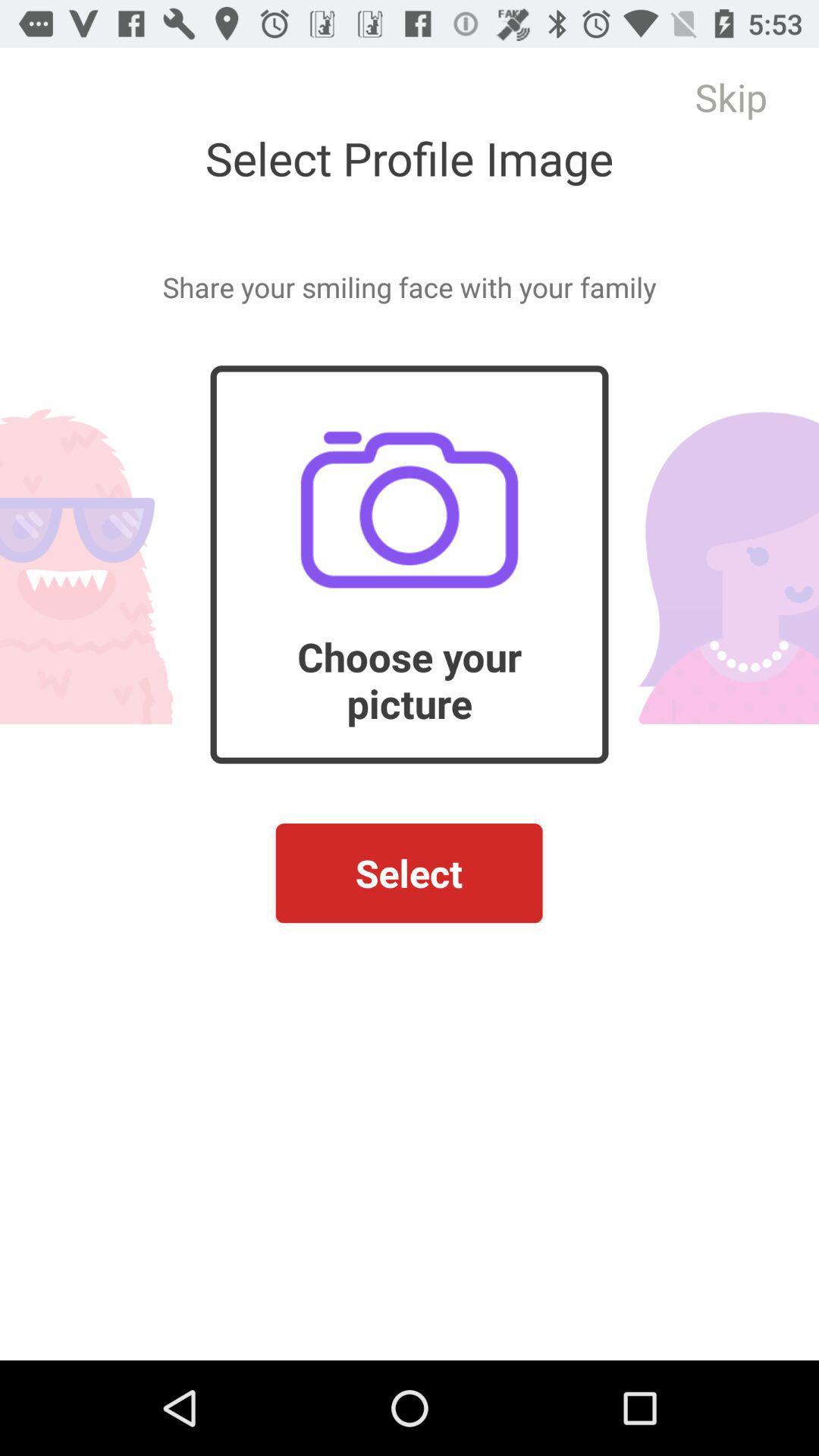  What do you see at coordinates (730, 96) in the screenshot?
I see `the item at the top right corner` at bounding box center [730, 96].